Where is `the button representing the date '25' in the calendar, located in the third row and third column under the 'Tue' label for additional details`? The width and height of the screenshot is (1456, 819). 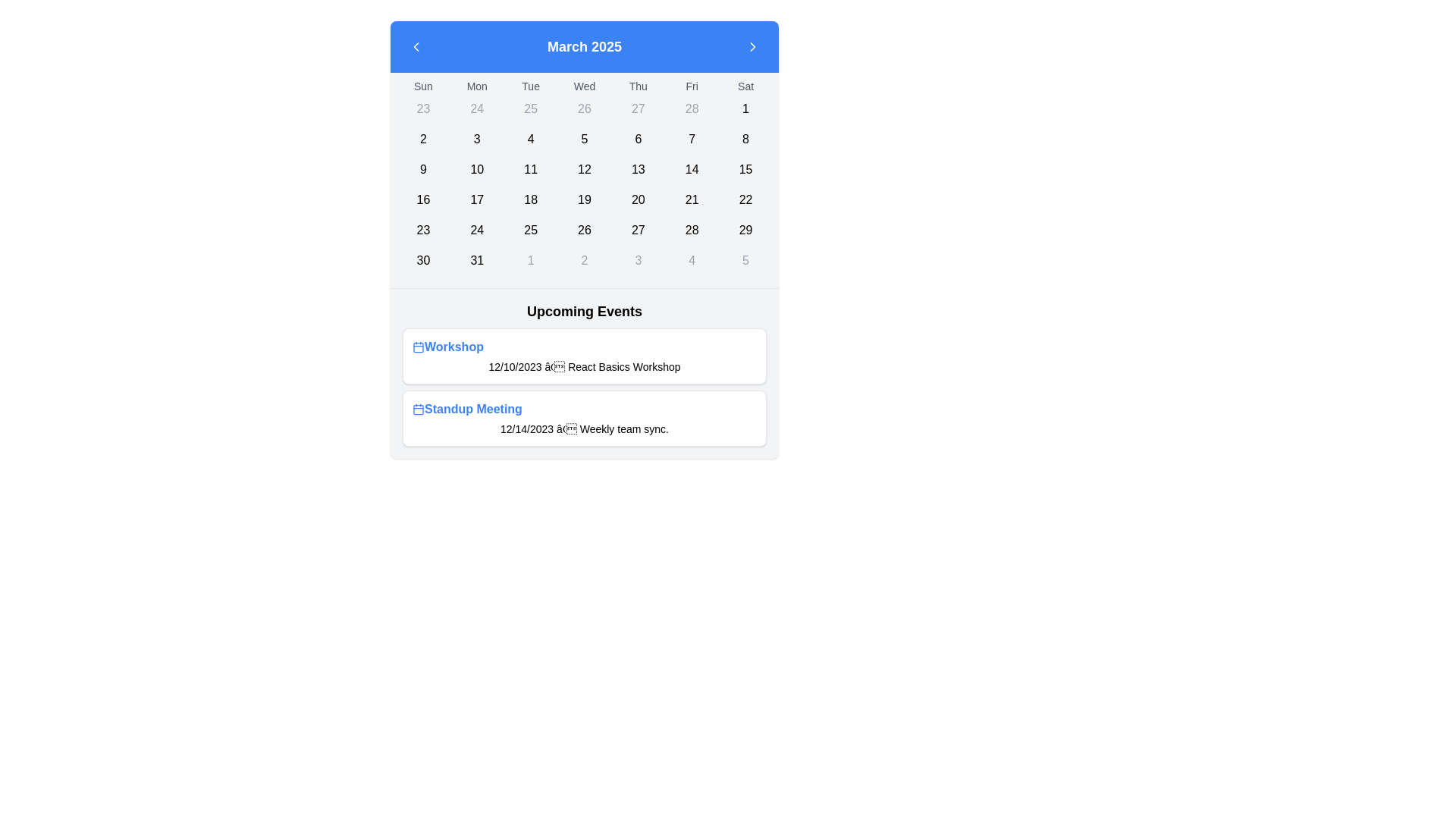 the button representing the date '25' in the calendar, located in the third row and third column under the 'Tue' label for additional details is located at coordinates (531, 231).